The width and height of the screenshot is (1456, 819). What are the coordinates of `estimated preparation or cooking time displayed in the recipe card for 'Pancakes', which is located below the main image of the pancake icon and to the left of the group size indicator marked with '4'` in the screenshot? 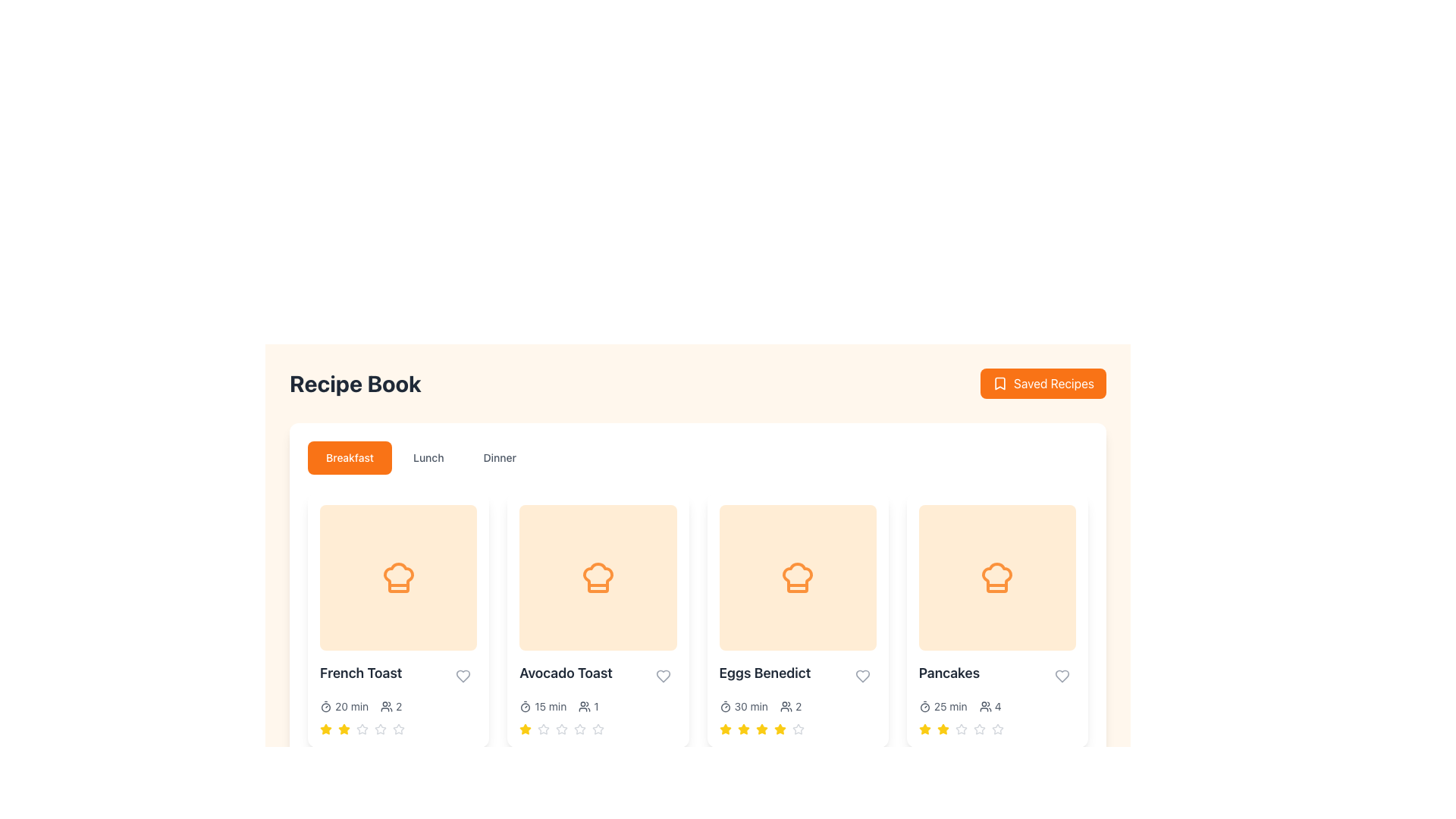 It's located at (942, 707).